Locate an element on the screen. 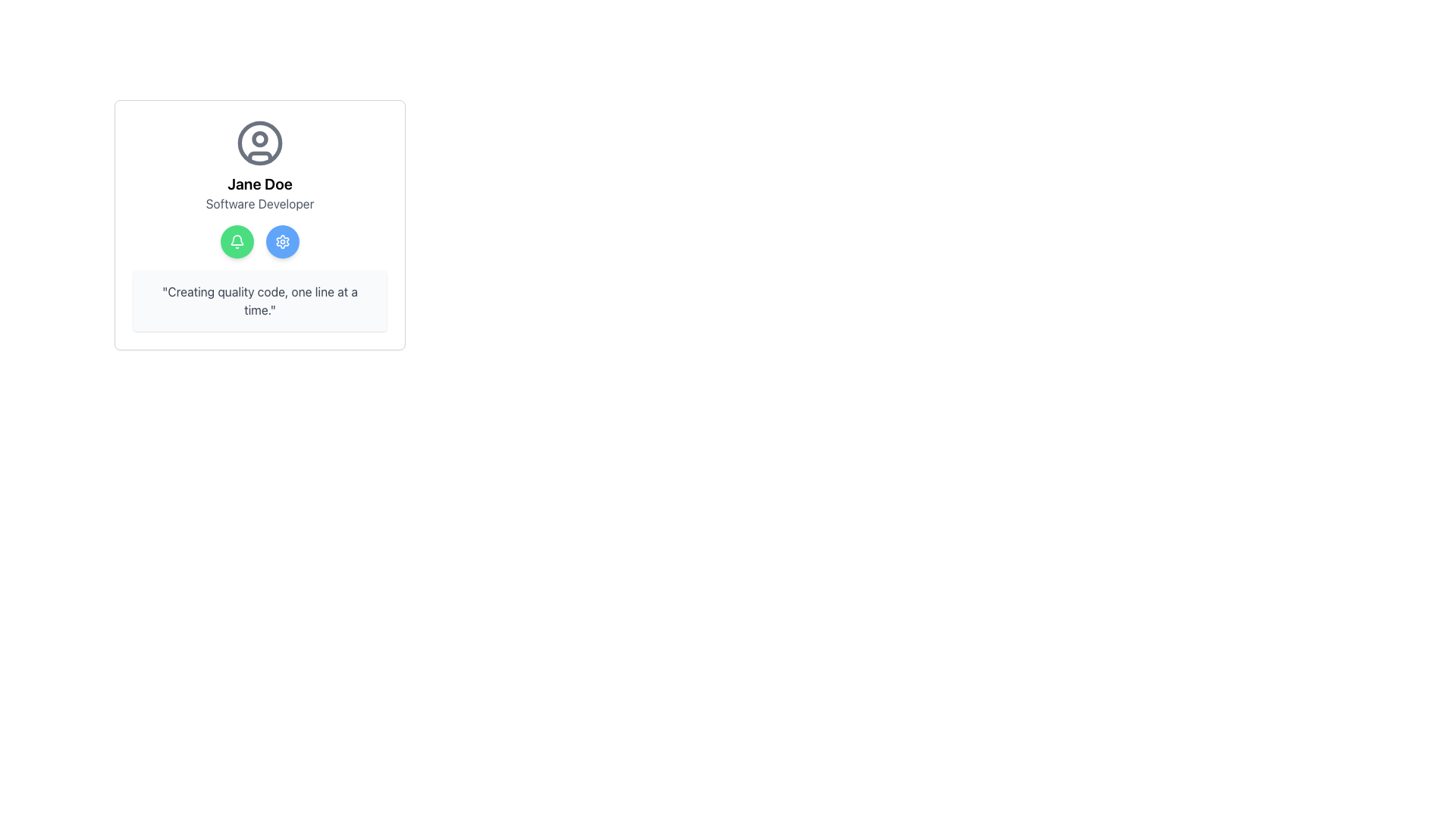 The image size is (1456, 819). the notification bell icon located beneath the user's avatar and name is located at coordinates (236, 239).